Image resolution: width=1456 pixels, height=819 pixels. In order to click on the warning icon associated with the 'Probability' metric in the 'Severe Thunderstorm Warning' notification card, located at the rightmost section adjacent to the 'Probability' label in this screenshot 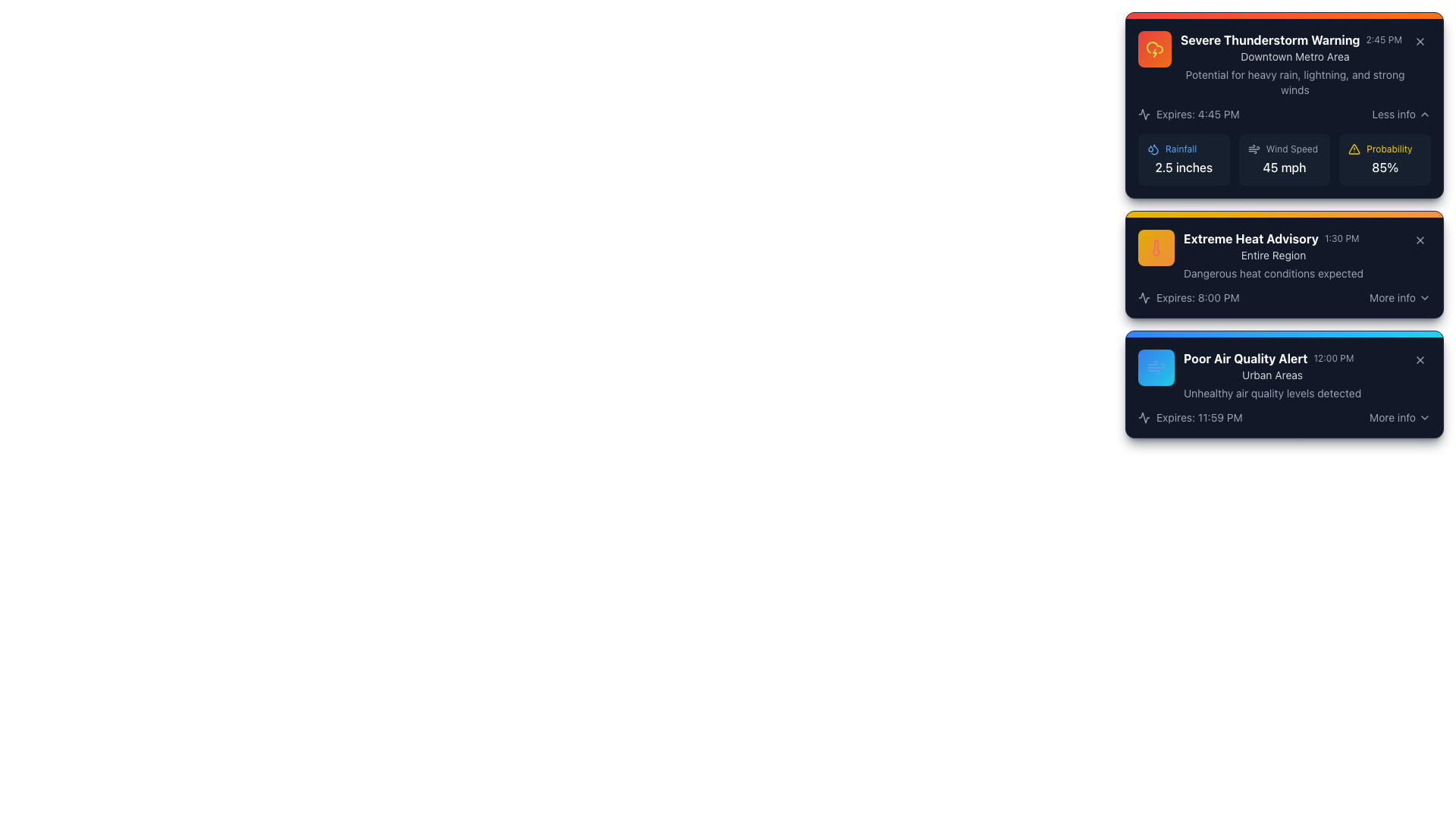, I will do `click(1354, 149)`.